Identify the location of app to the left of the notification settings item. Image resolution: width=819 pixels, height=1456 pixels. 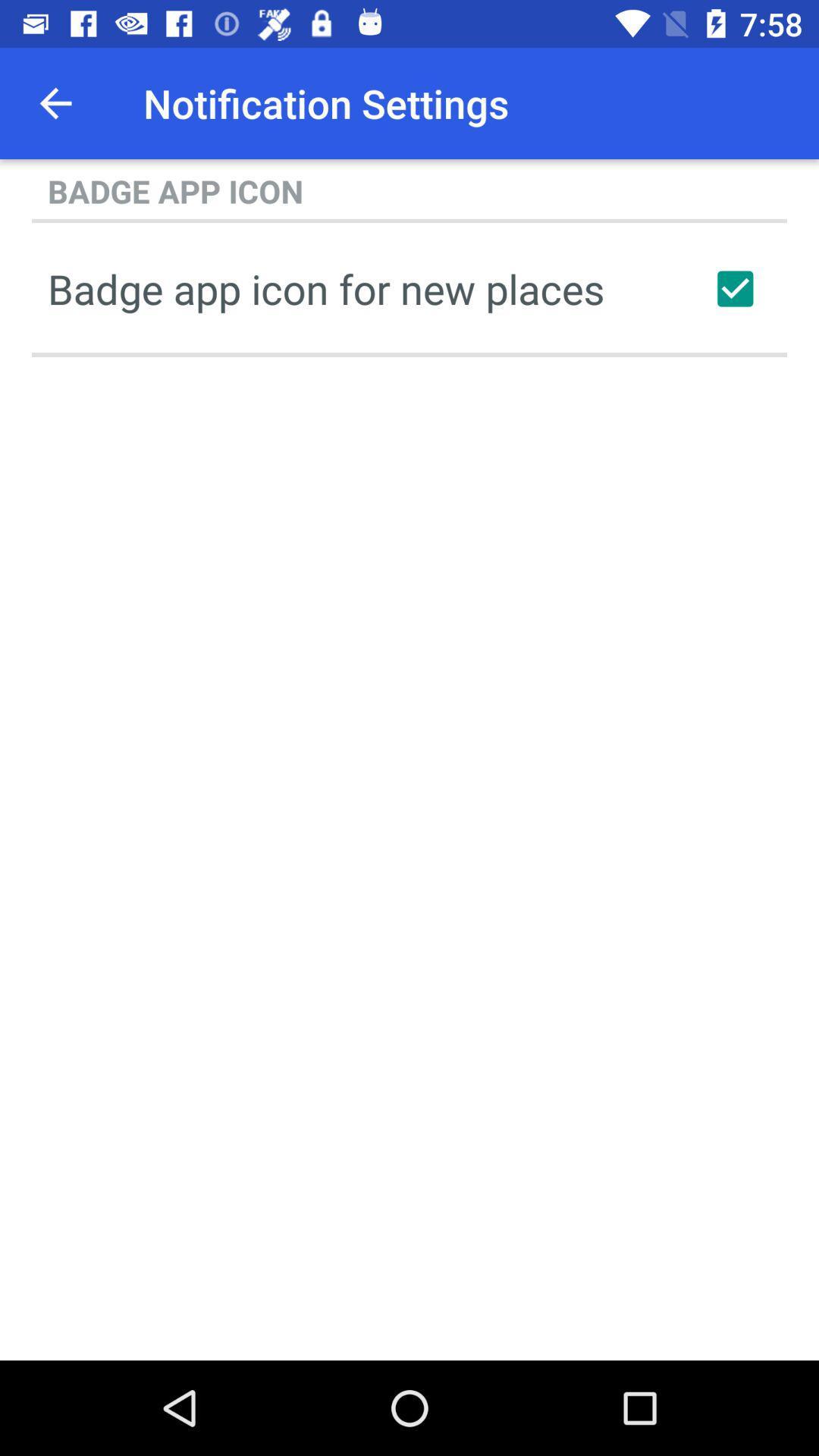
(55, 102).